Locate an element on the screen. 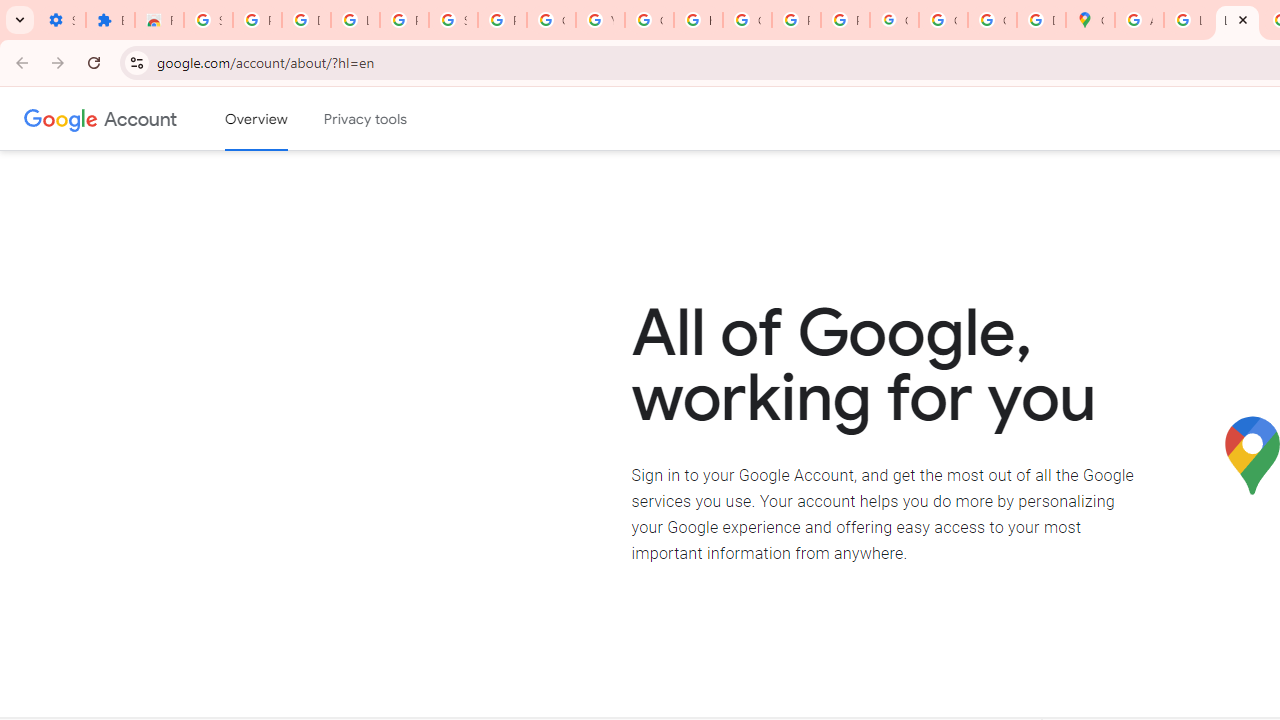 Image resolution: width=1280 pixels, height=720 pixels. 'Google Account' is located at coordinates (139, 118).